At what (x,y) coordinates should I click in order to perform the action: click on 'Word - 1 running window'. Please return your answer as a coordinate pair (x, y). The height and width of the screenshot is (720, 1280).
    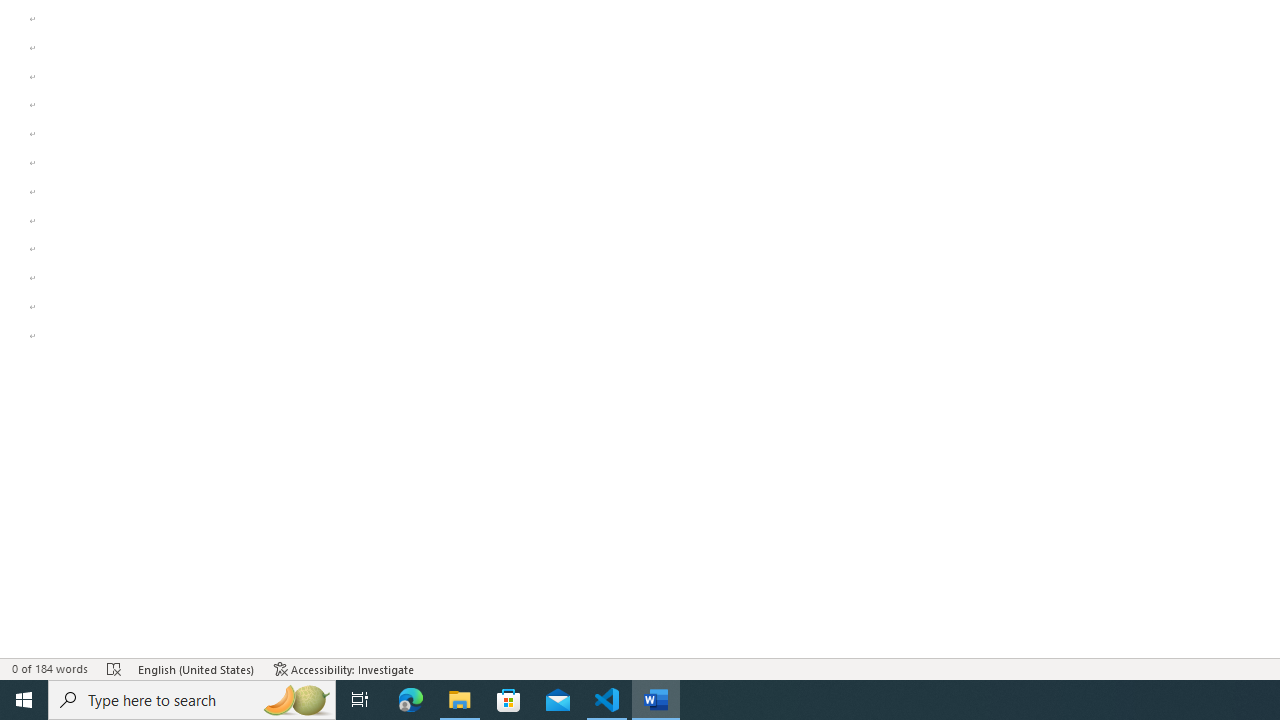
    Looking at the image, I should click on (656, 698).